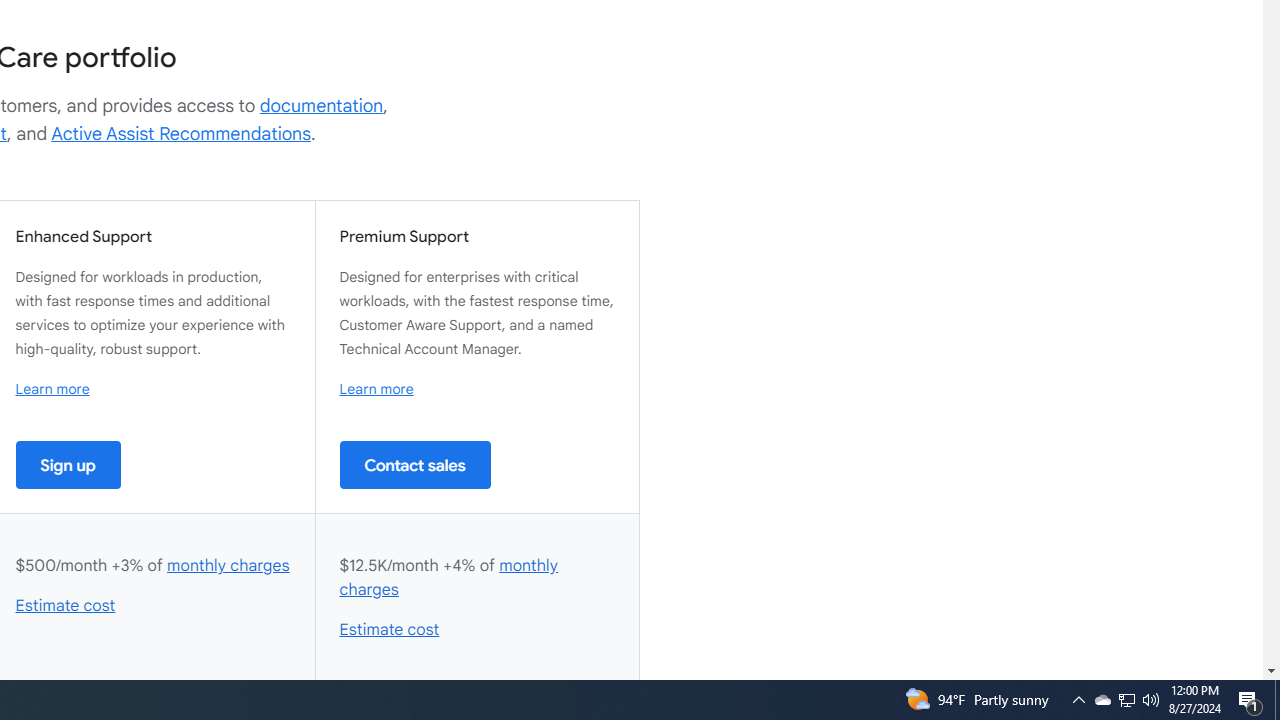 The image size is (1280, 720). I want to click on 'documentation', so click(321, 105).